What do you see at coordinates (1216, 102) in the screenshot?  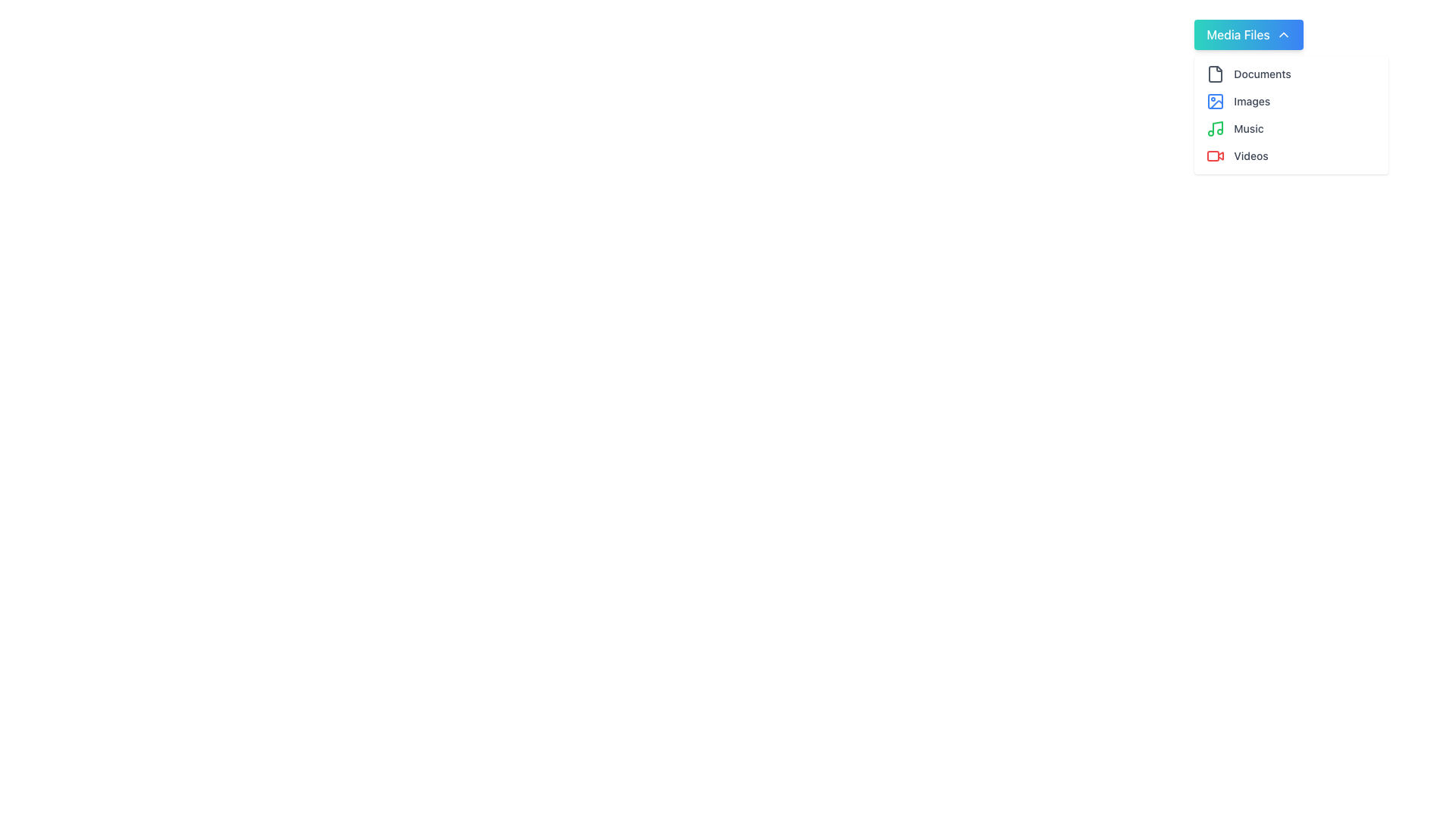 I see `the blue image icon within the 'Media Files' menu associated with the 'Images' option` at bounding box center [1216, 102].